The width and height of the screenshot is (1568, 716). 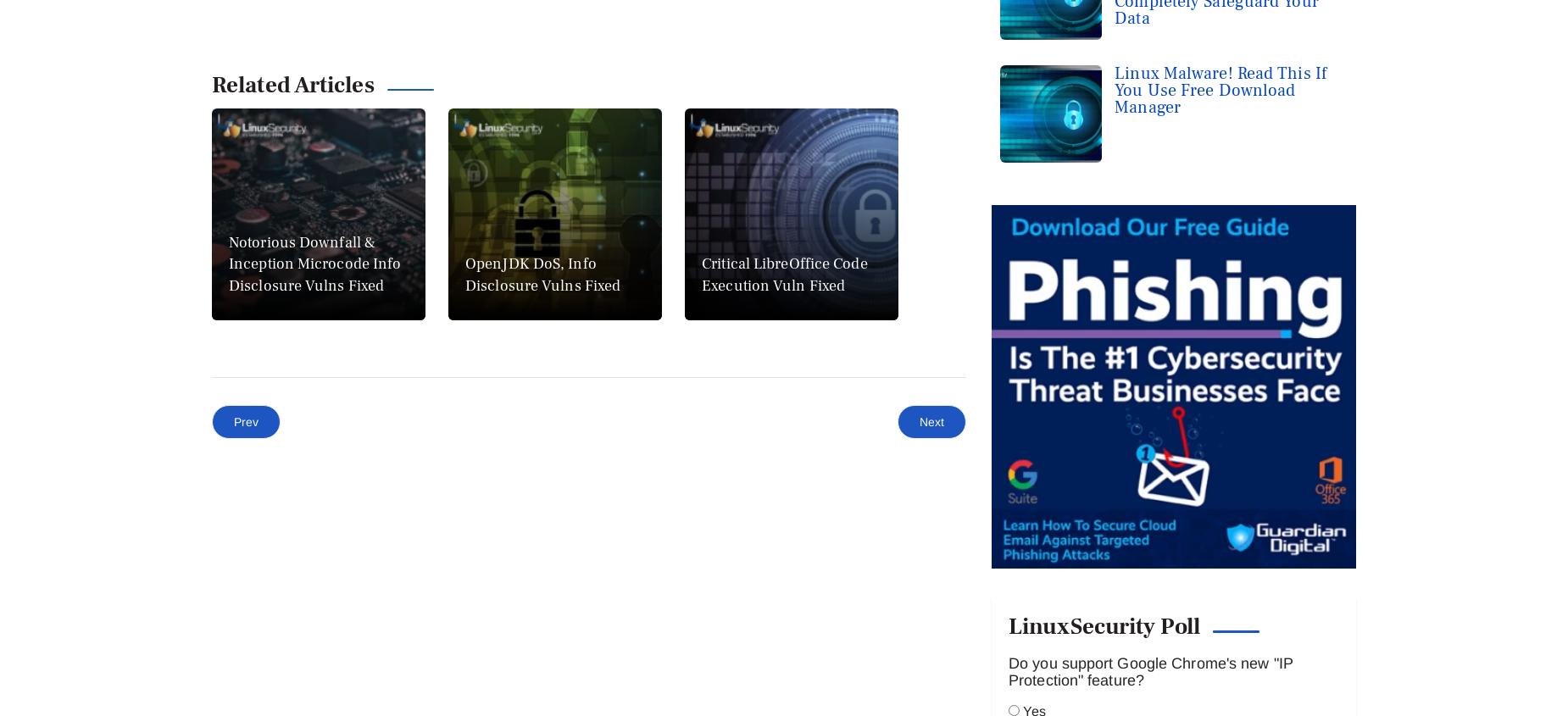 What do you see at coordinates (417, 630) in the screenshot?
I see `'Debian'` at bounding box center [417, 630].